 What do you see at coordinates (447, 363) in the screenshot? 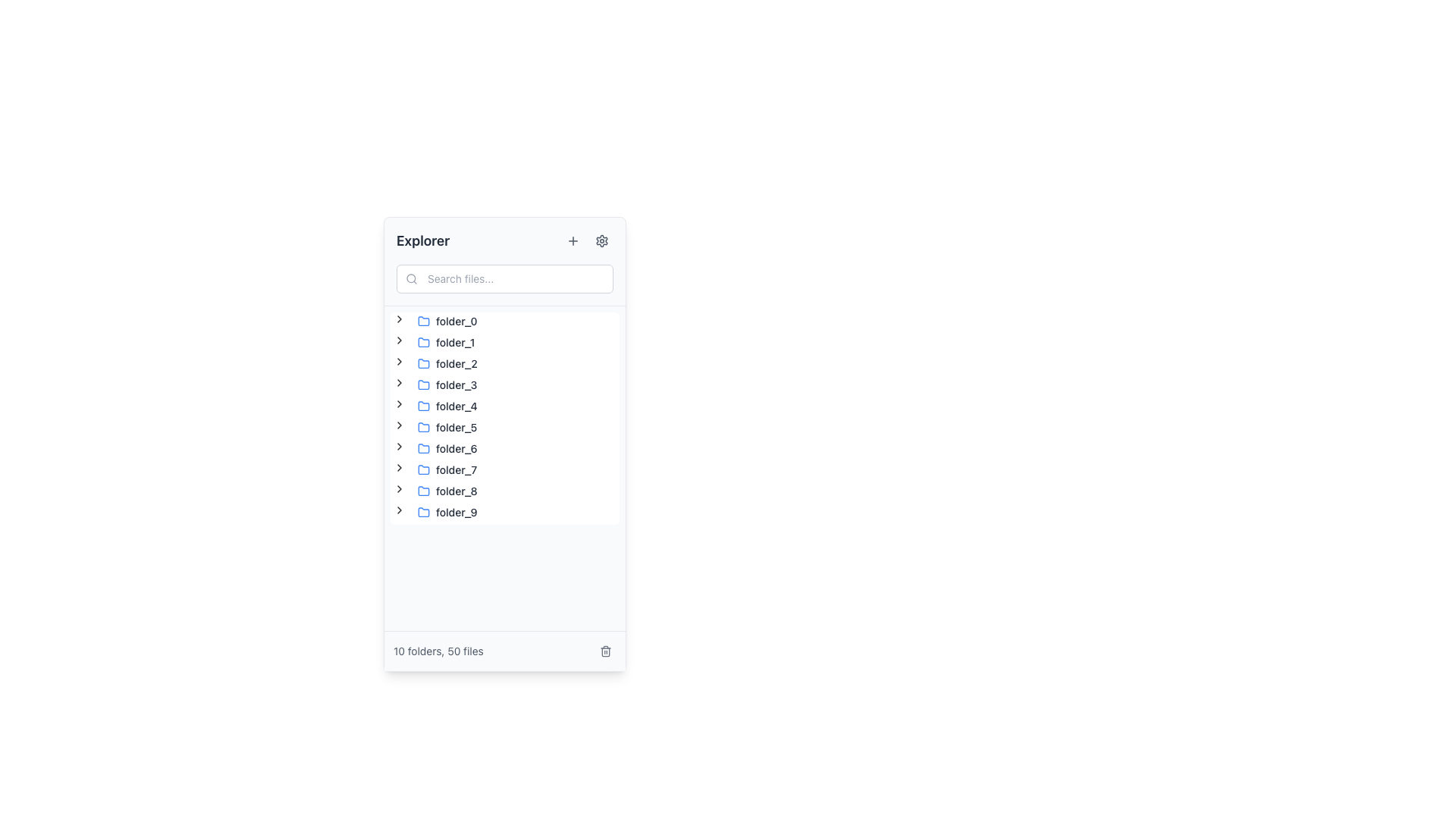
I see `the third folder item in the tree structure located in the left-side menu` at bounding box center [447, 363].